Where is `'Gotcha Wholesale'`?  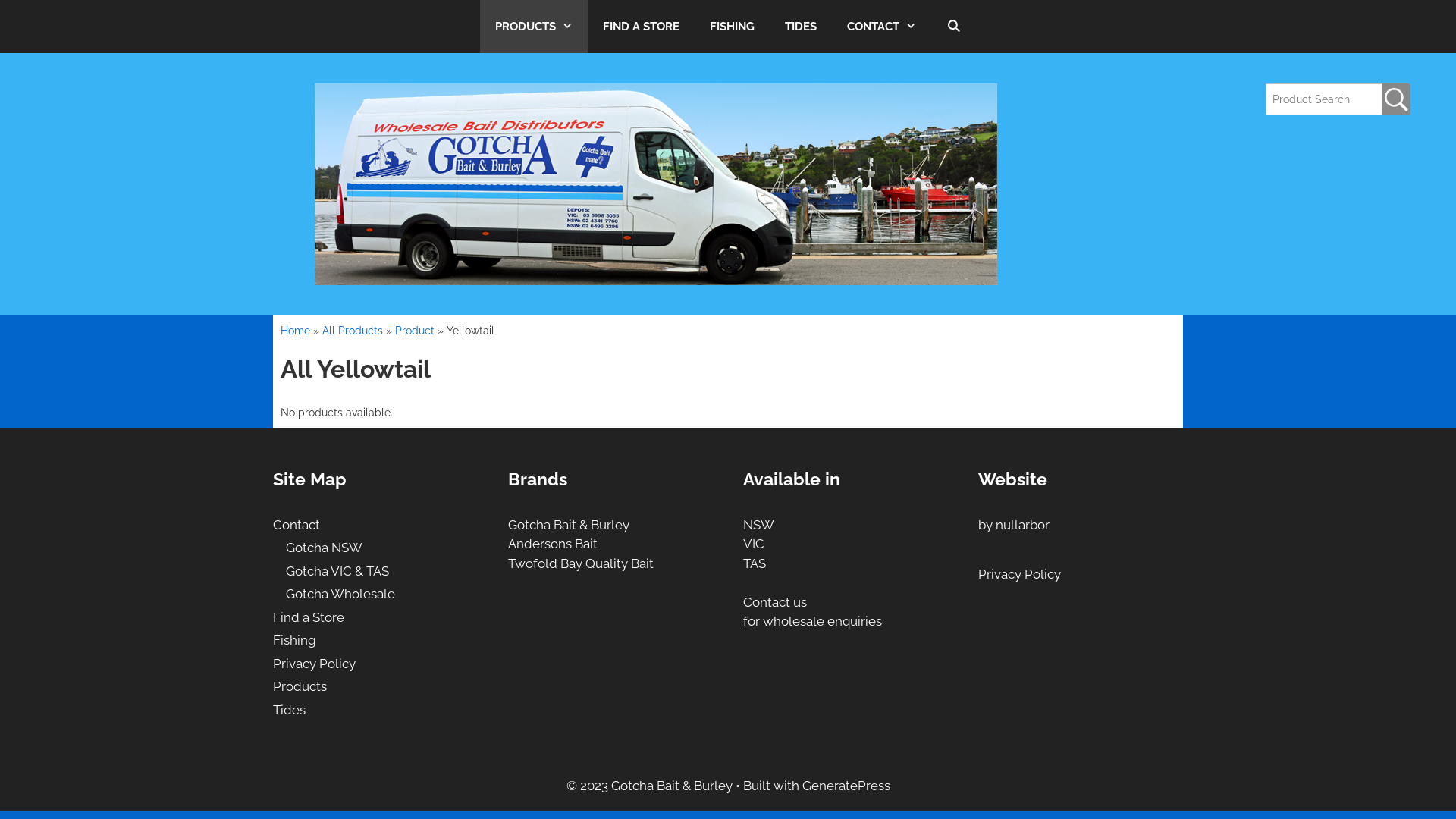
'Gotcha Wholesale' is located at coordinates (340, 593).